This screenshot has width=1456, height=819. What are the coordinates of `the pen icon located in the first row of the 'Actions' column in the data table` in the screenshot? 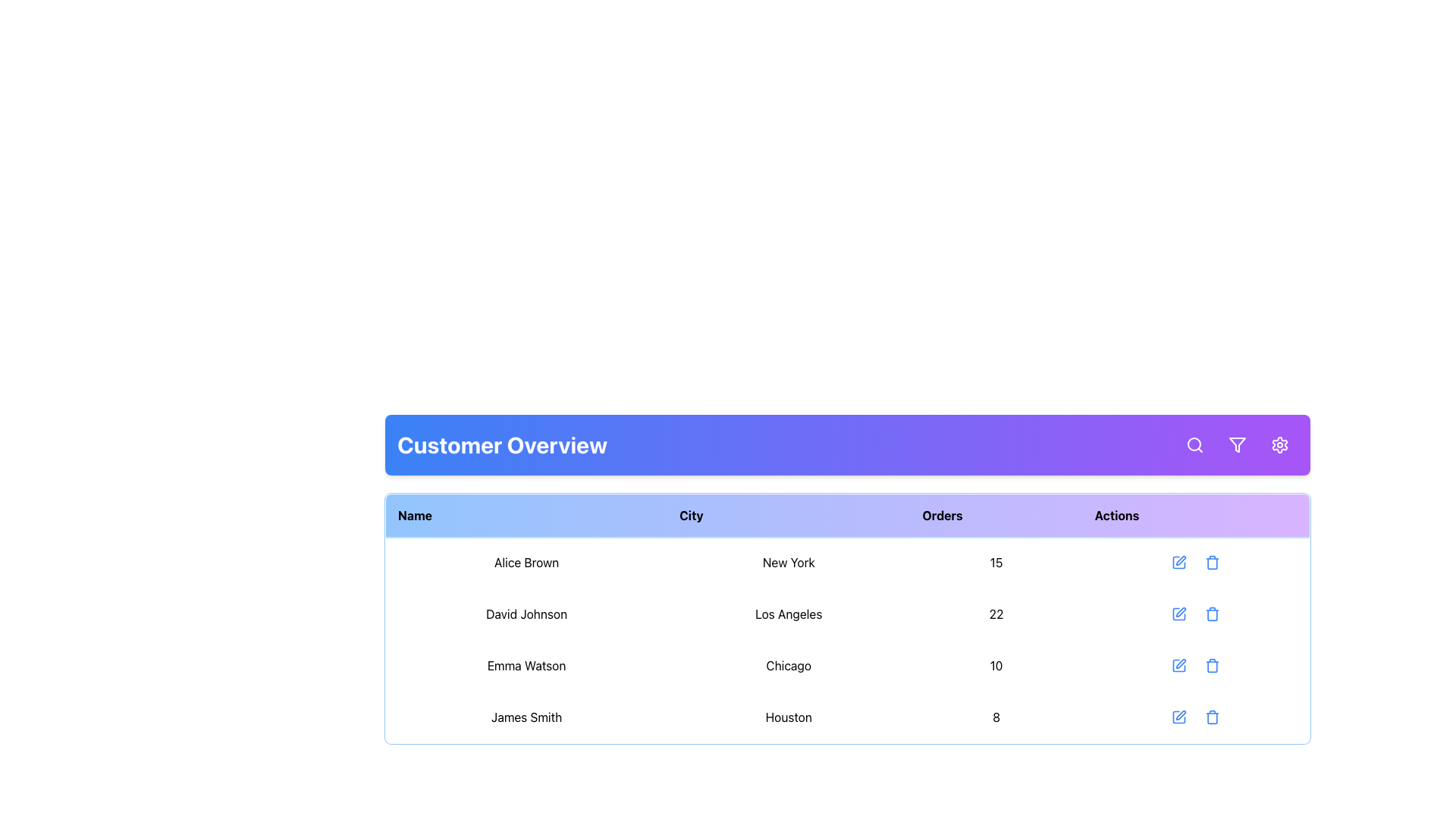 It's located at (1179, 560).